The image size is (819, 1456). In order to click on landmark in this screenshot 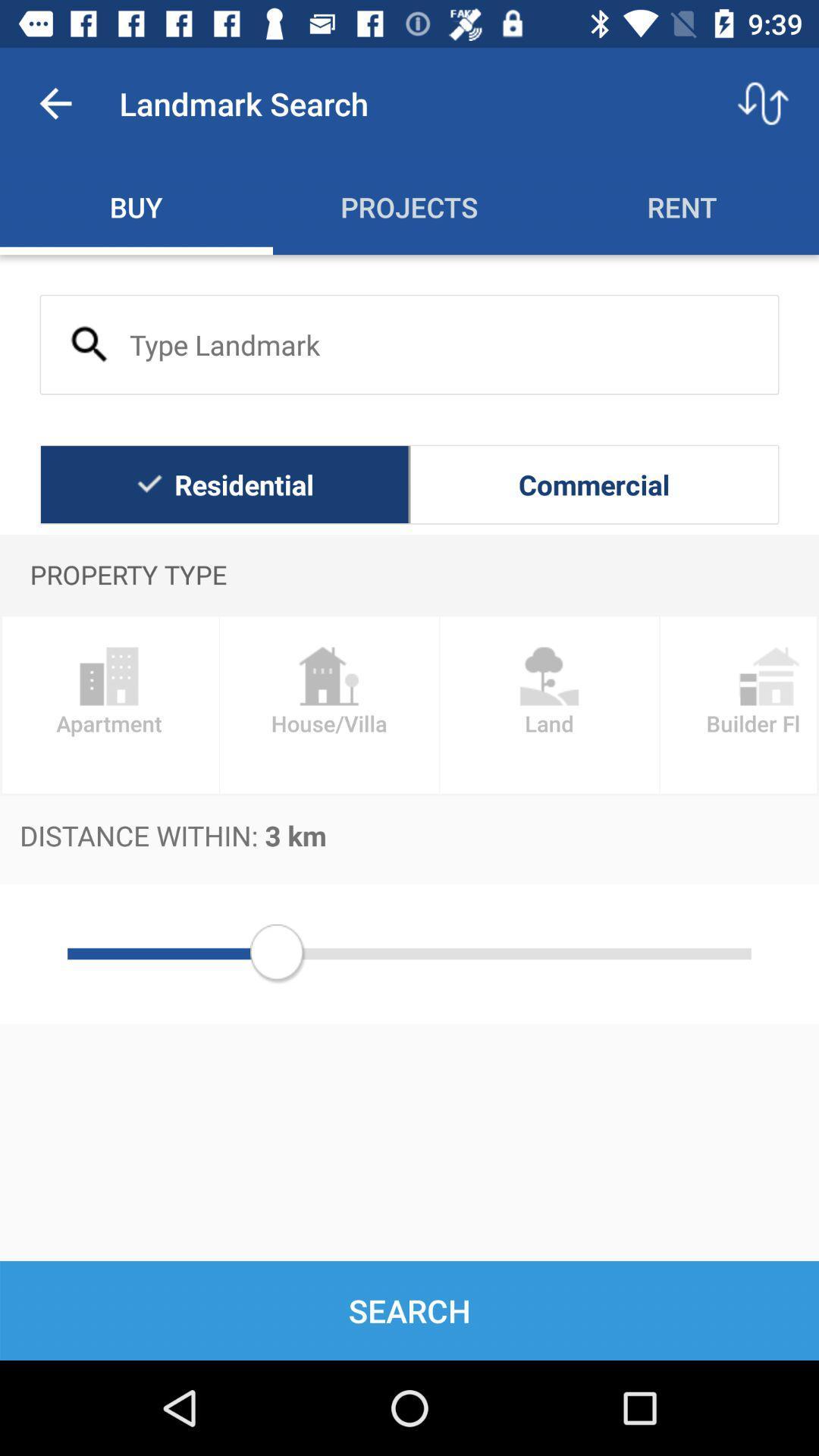, I will do `click(409, 344)`.